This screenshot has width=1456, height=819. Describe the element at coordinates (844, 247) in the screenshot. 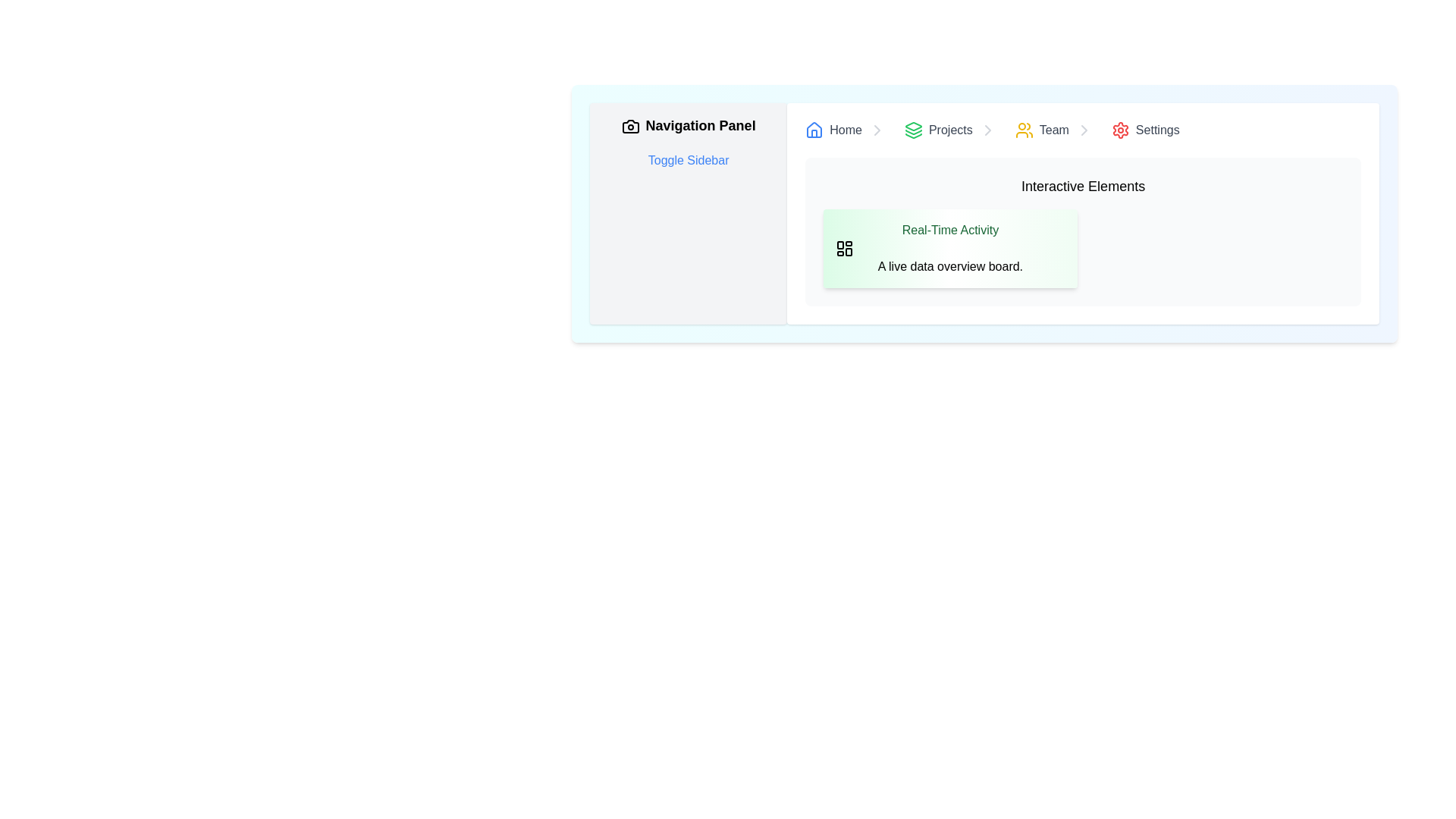

I see `the icon element styled as a four-square dashboard layout located at the top-left corner of the 'Real-Time Activity' card within the 'Interactive Elements' section` at that location.